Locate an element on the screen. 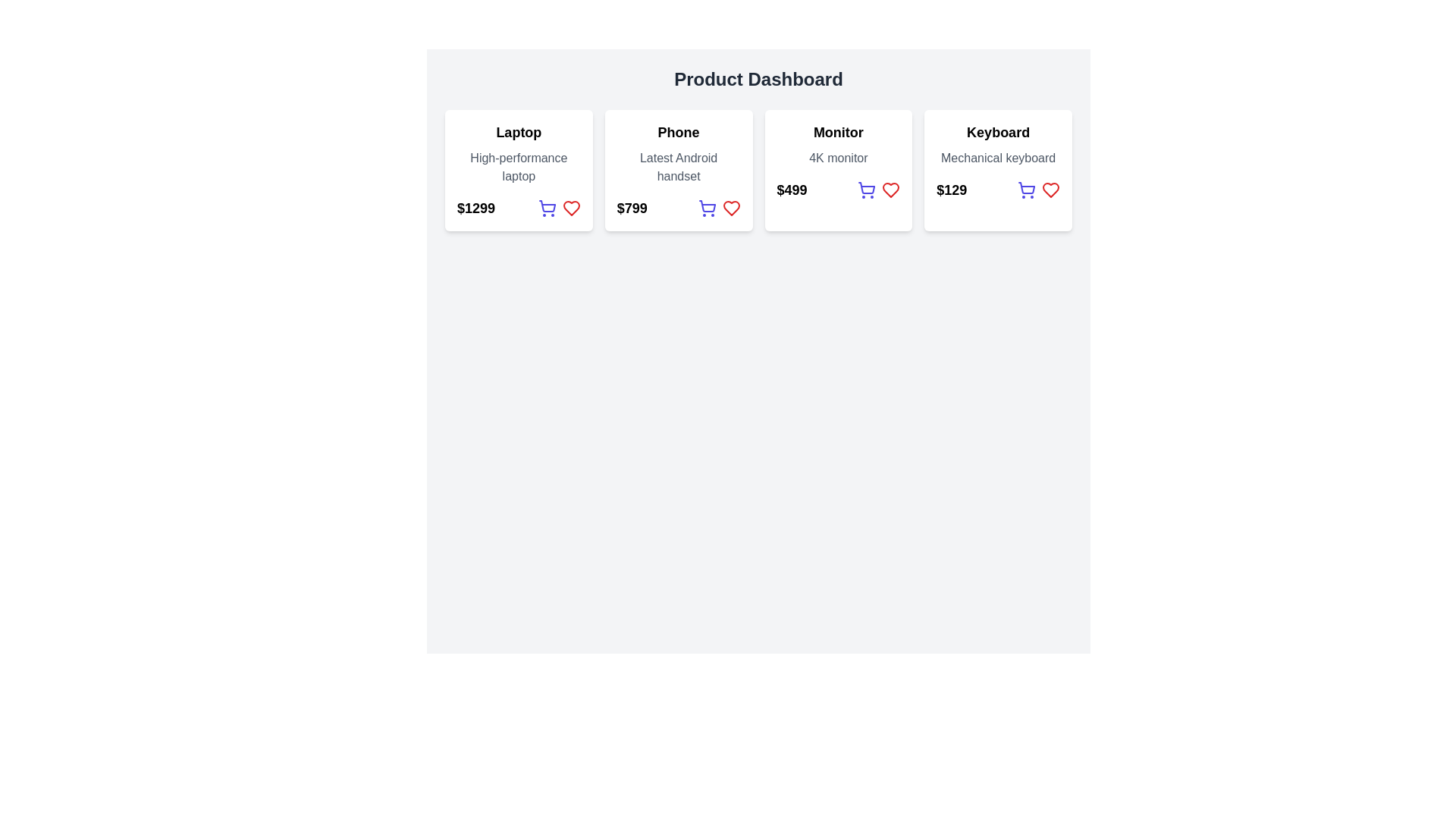  displayed price from the Text Label that shows the price of the 'Monitor' product, located centrally within the card labeled 'Monitor' in the product dashboard interface is located at coordinates (791, 189).